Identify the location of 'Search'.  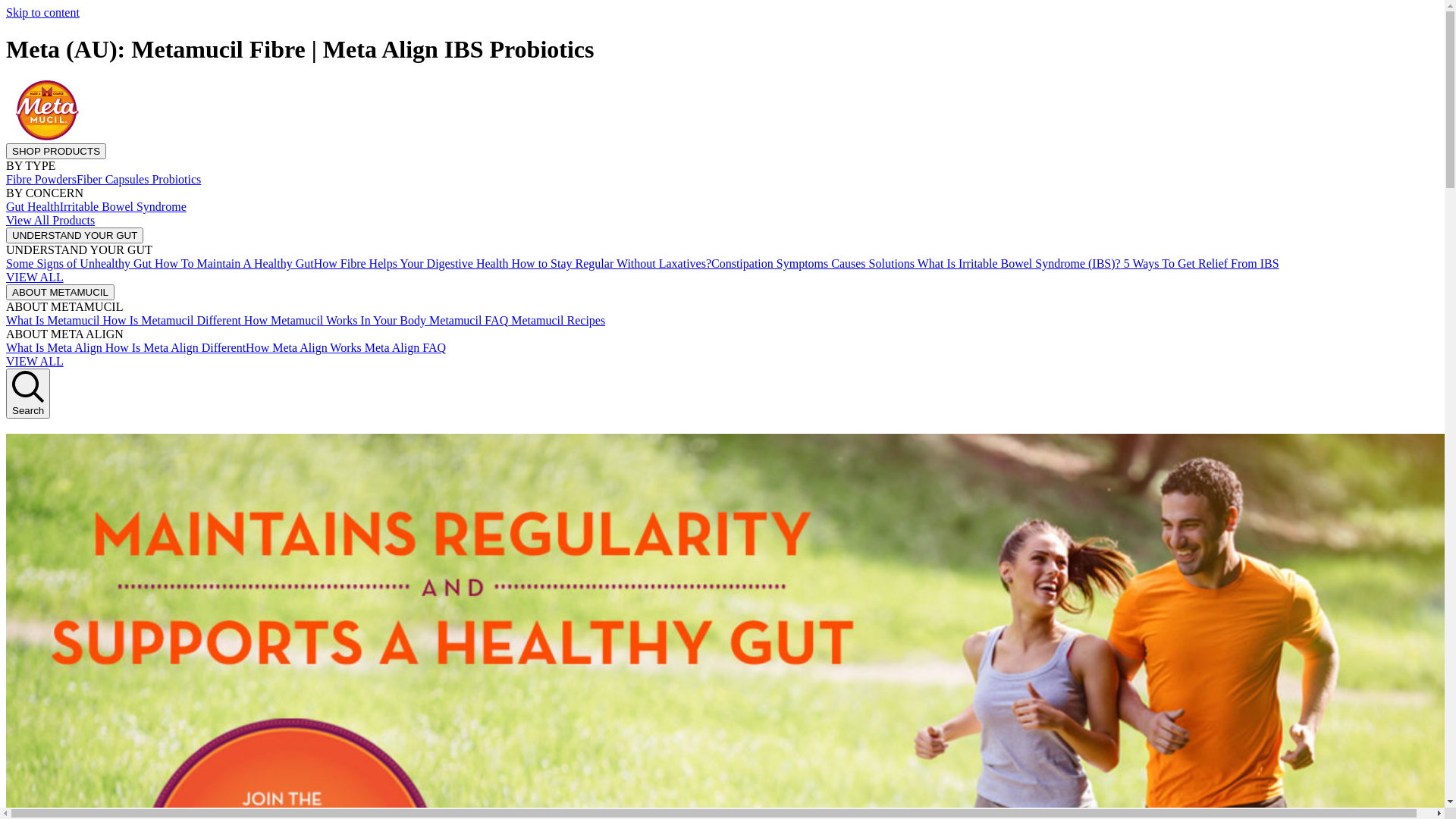
(28, 393).